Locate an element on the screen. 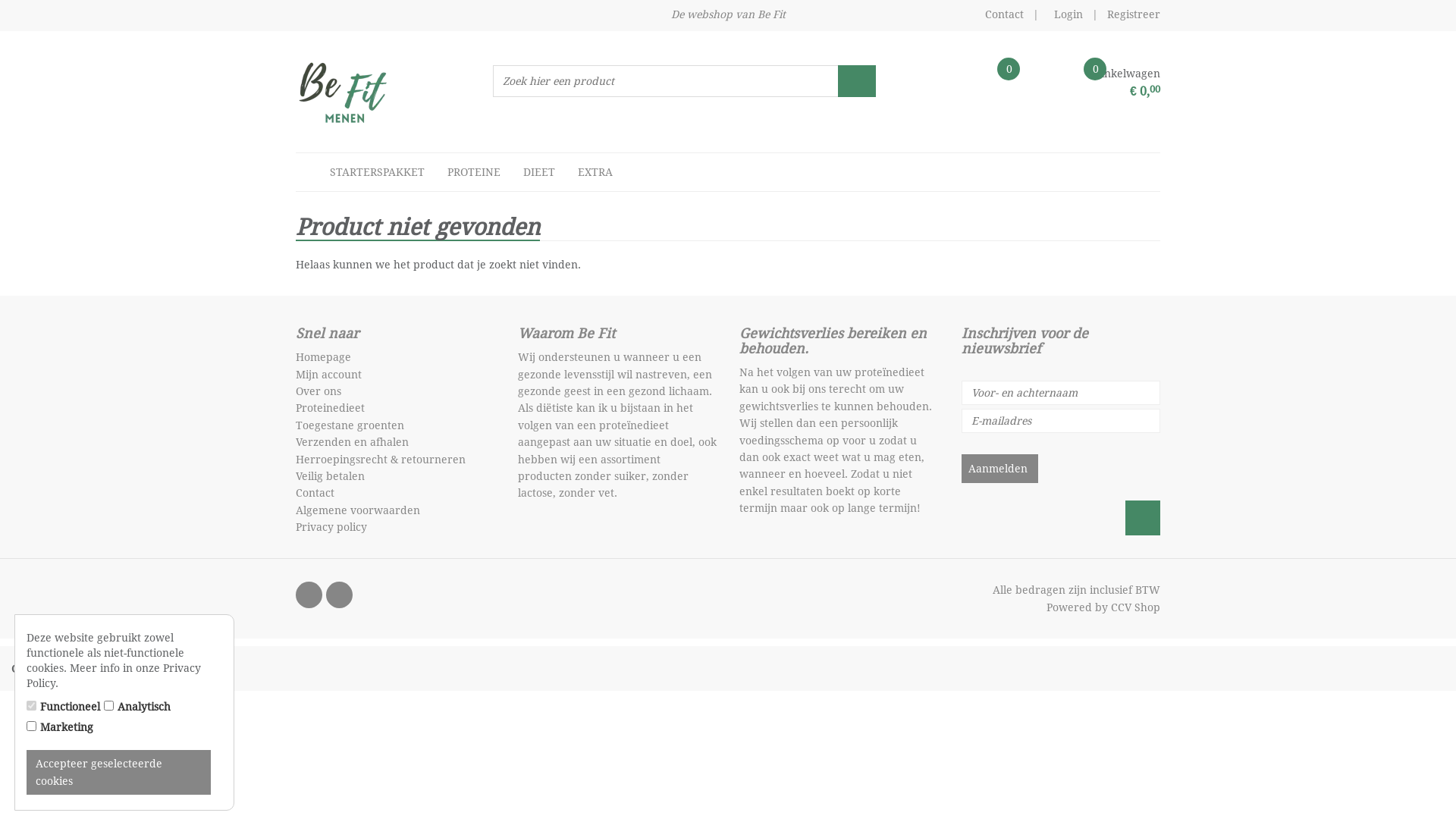  'PROTEINE' is located at coordinates (435, 171).